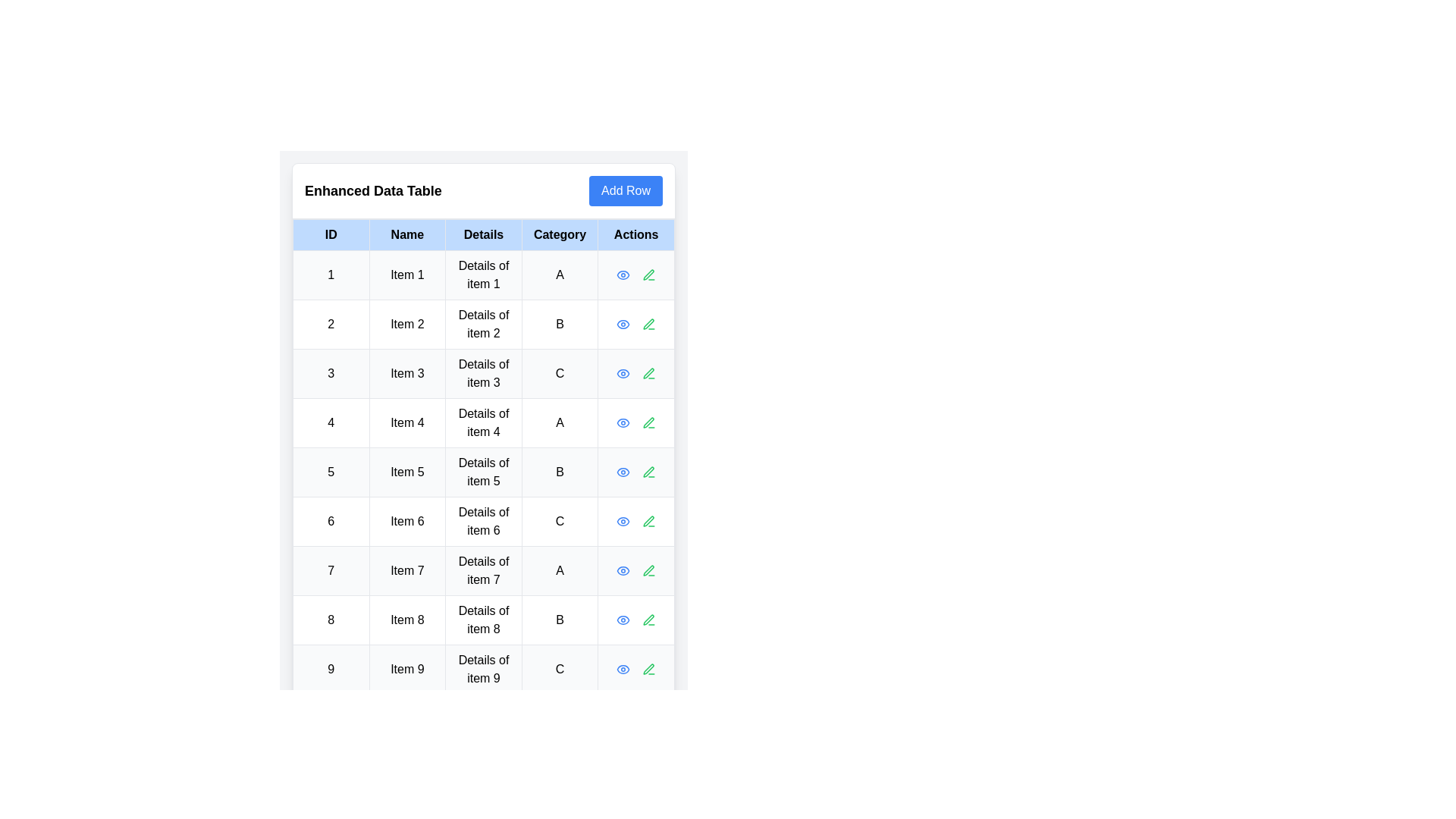 Image resolution: width=1456 pixels, height=819 pixels. Describe the element at coordinates (407, 374) in the screenshot. I see `the Text Cell in the second column of the third row of the table that displays the name of the third item` at that location.